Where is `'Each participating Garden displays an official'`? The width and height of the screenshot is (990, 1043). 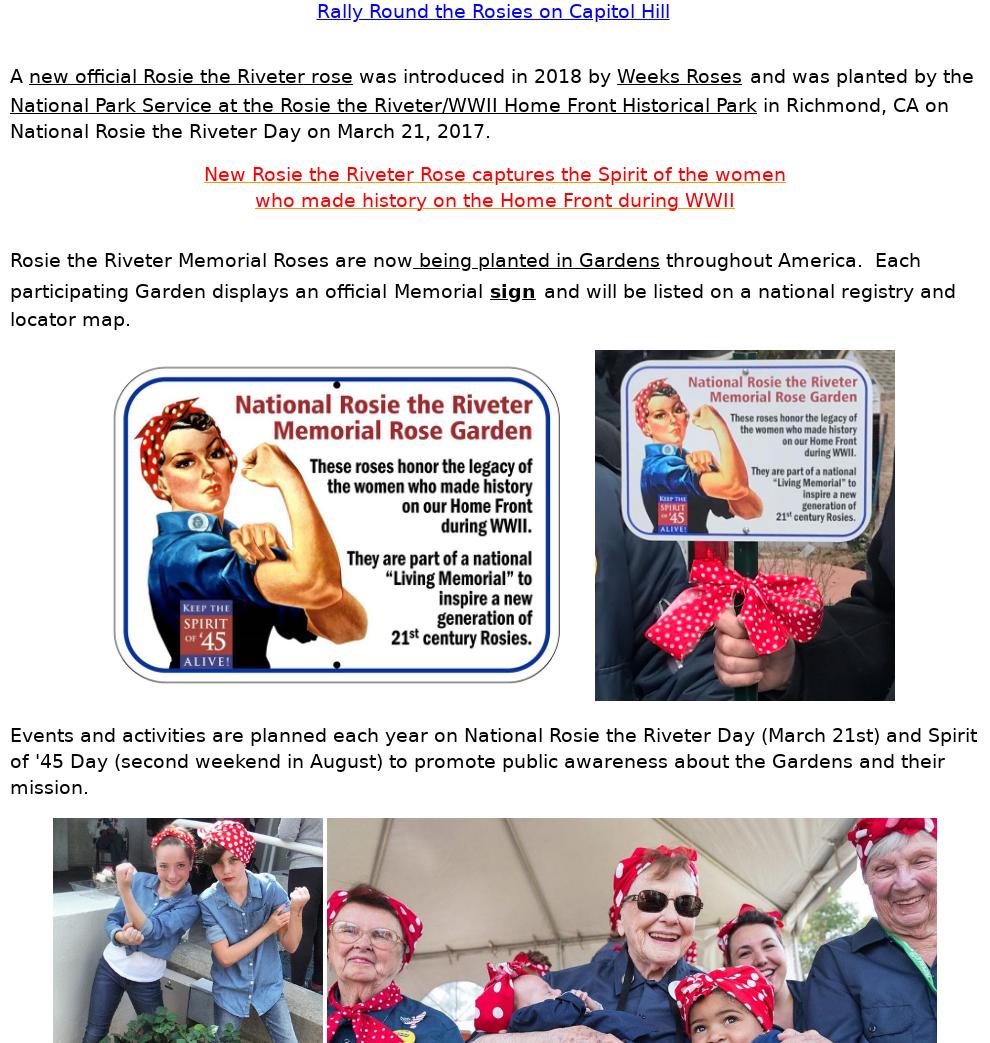
'Each participating Garden displays an official' is located at coordinates (8, 275).